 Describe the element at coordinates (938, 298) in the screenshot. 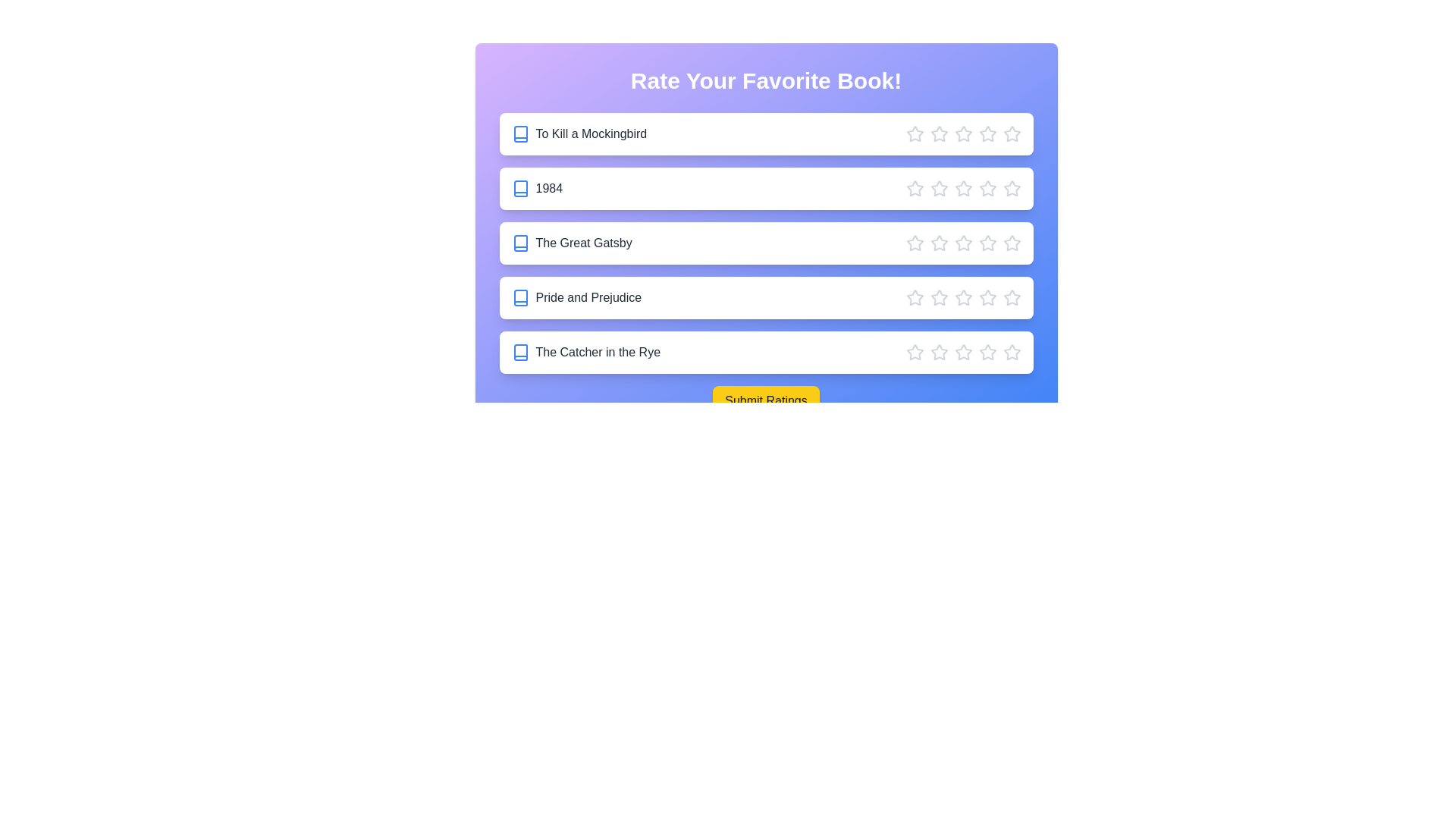

I see `the star corresponding to 2 stars for the book Pride and Prejudice` at that location.